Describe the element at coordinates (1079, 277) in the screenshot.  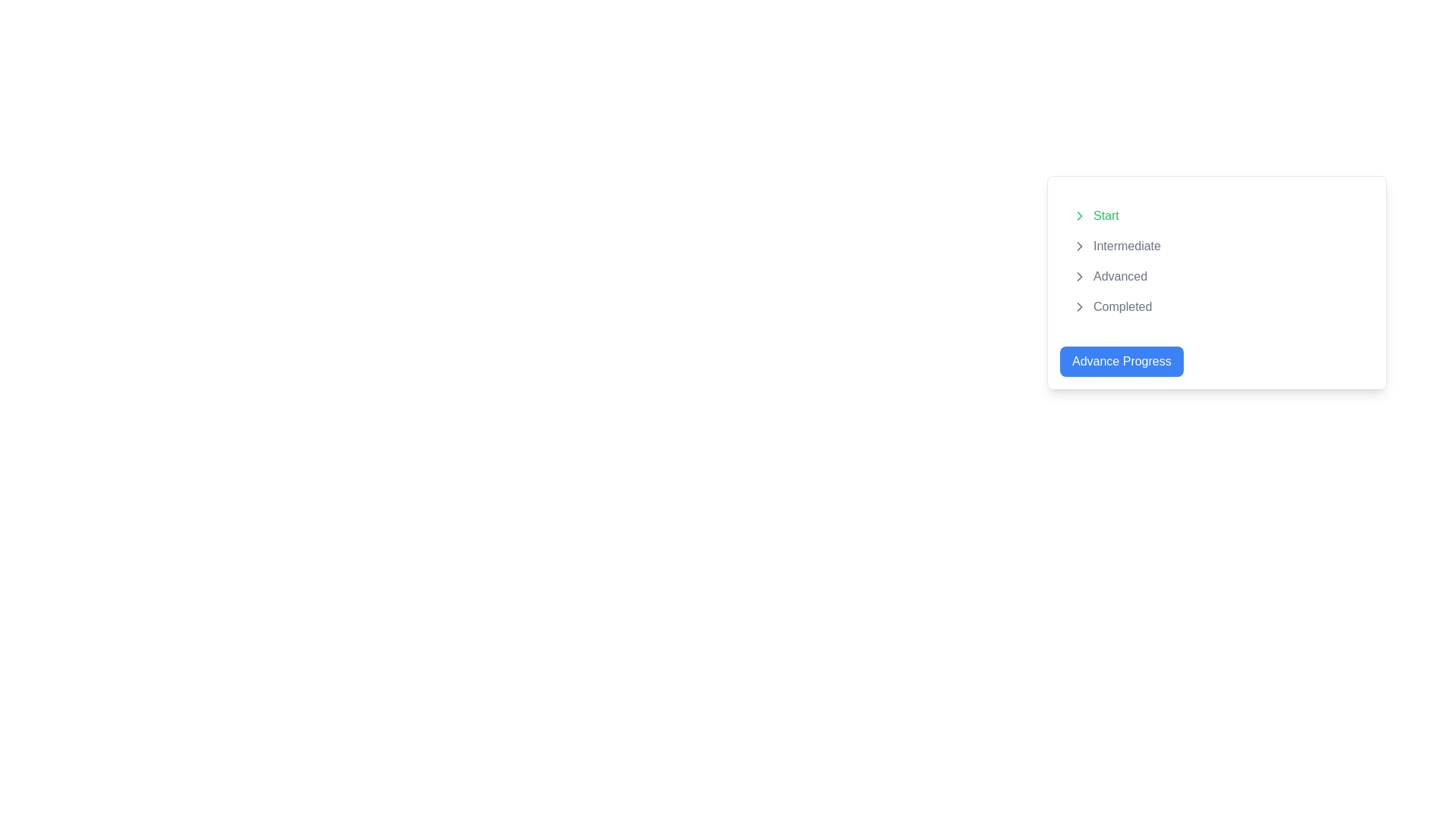
I see `the Right-pointing chevron icon located to the left of the 'Advanced' text` at that location.